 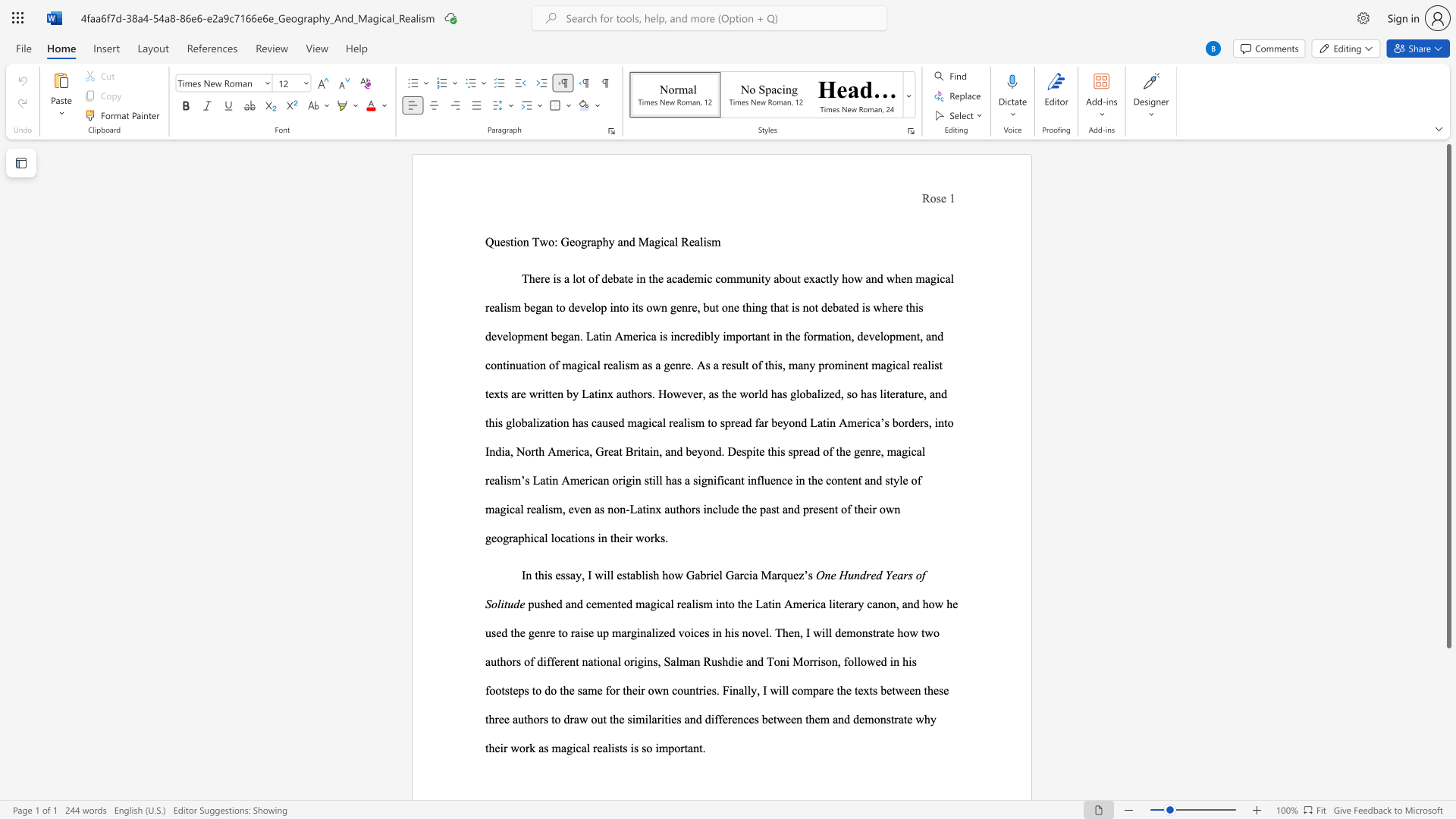 I want to click on the 1th character "p" in the text, so click(x=598, y=241).